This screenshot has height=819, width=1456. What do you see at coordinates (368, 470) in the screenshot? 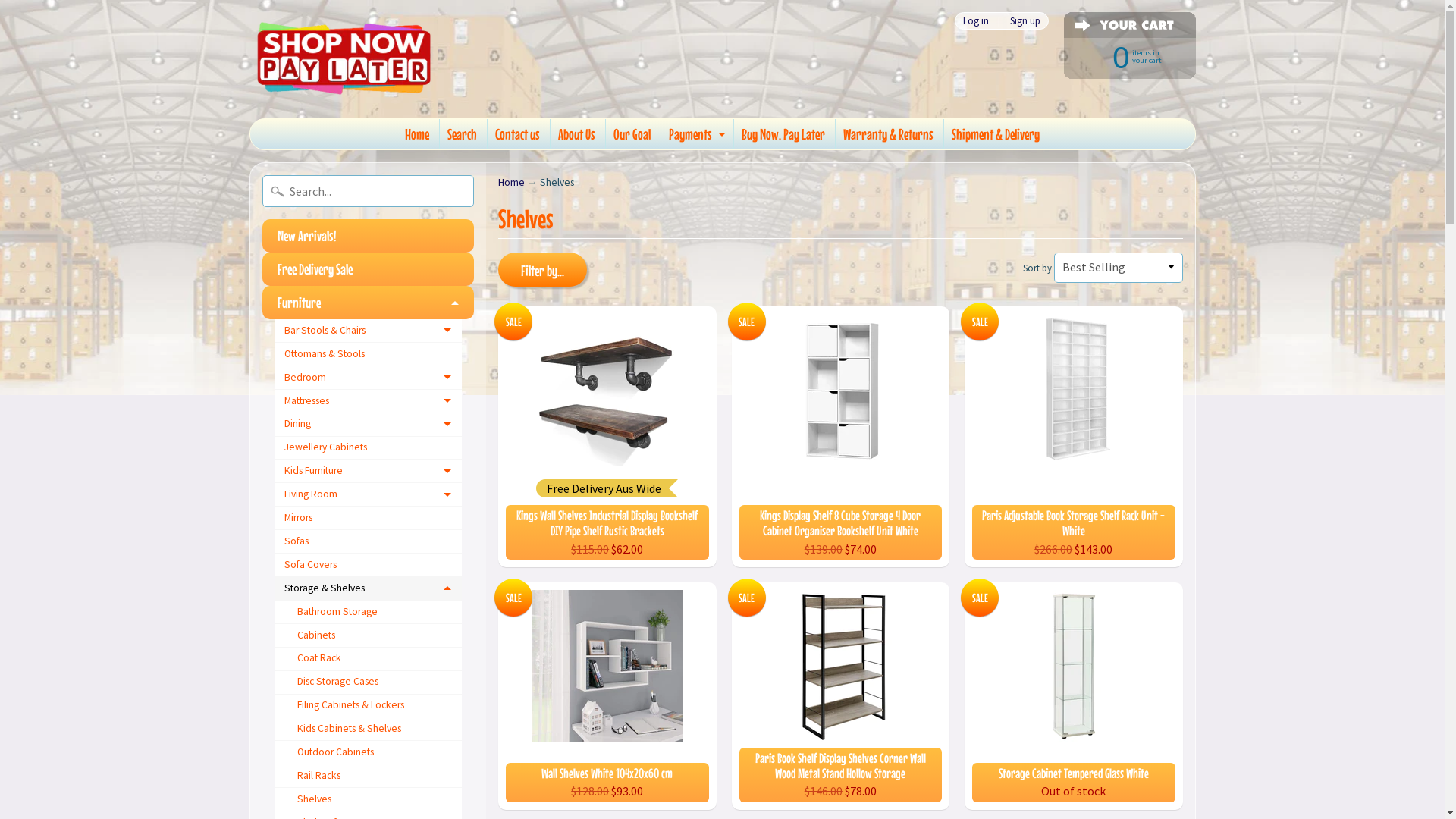
I see `'Kids Furniture'` at bounding box center [368, 470].